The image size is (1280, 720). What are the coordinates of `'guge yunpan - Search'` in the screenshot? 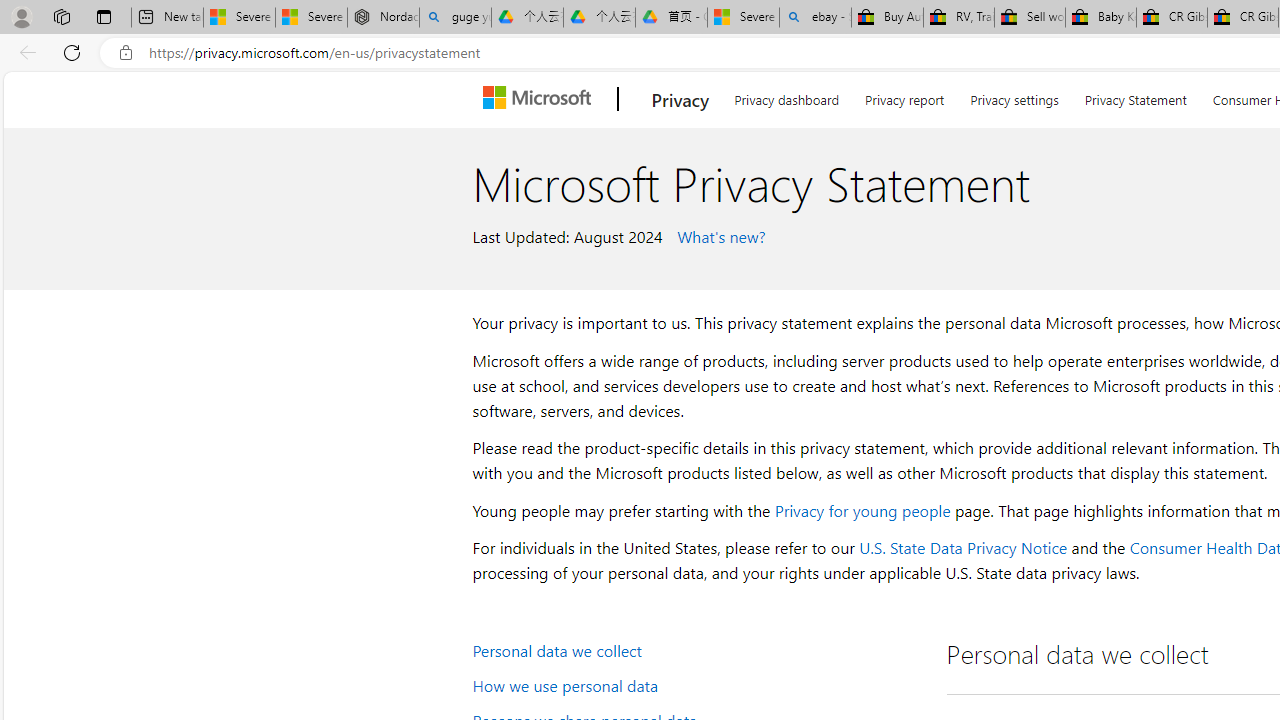 It's located at (454, 17).